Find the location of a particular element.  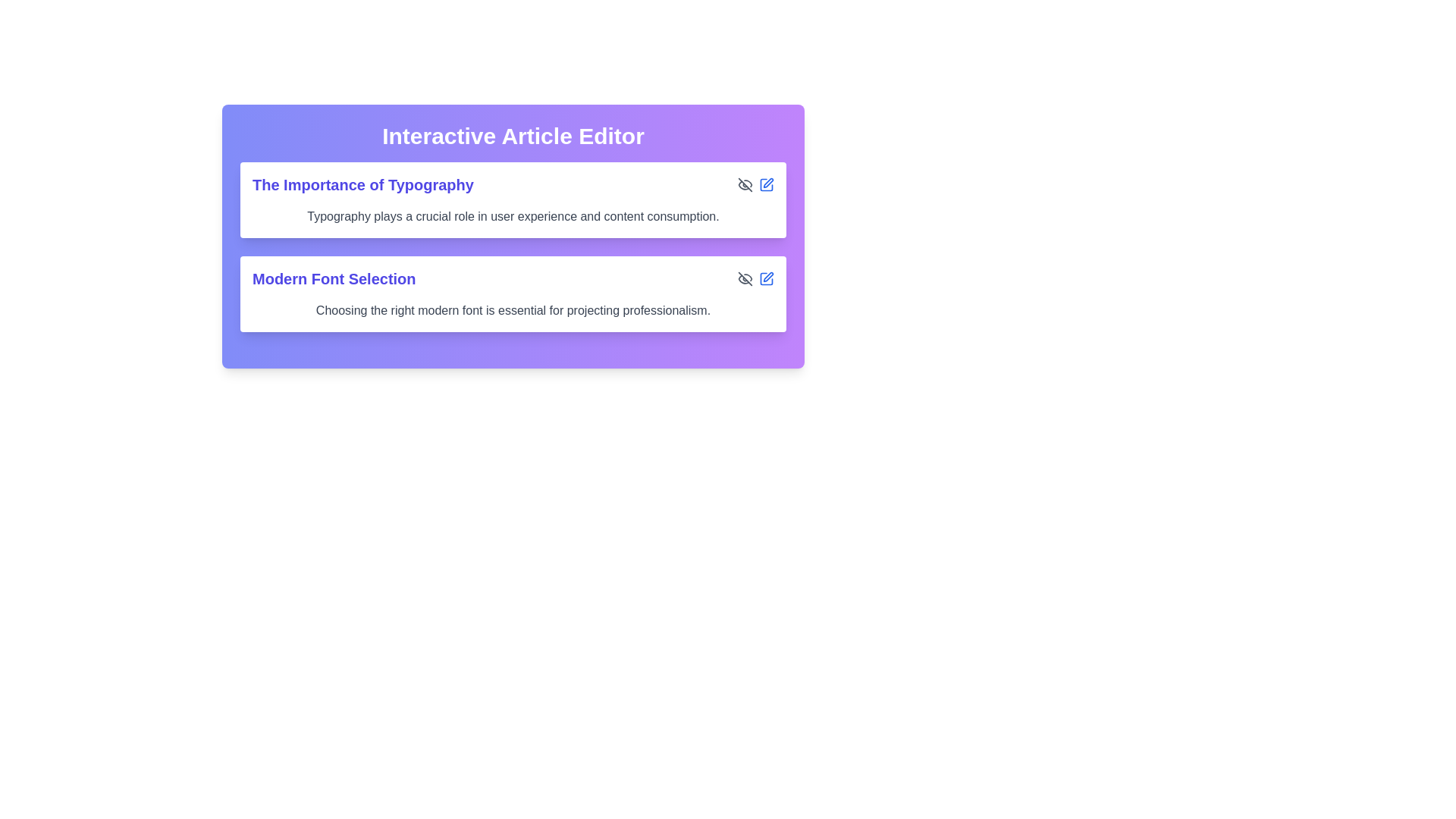

the visibility icon in the icon set for visibility and editing controls located at the right end of the 'Modern Font Selection' row is located at coordinates (756, 278).